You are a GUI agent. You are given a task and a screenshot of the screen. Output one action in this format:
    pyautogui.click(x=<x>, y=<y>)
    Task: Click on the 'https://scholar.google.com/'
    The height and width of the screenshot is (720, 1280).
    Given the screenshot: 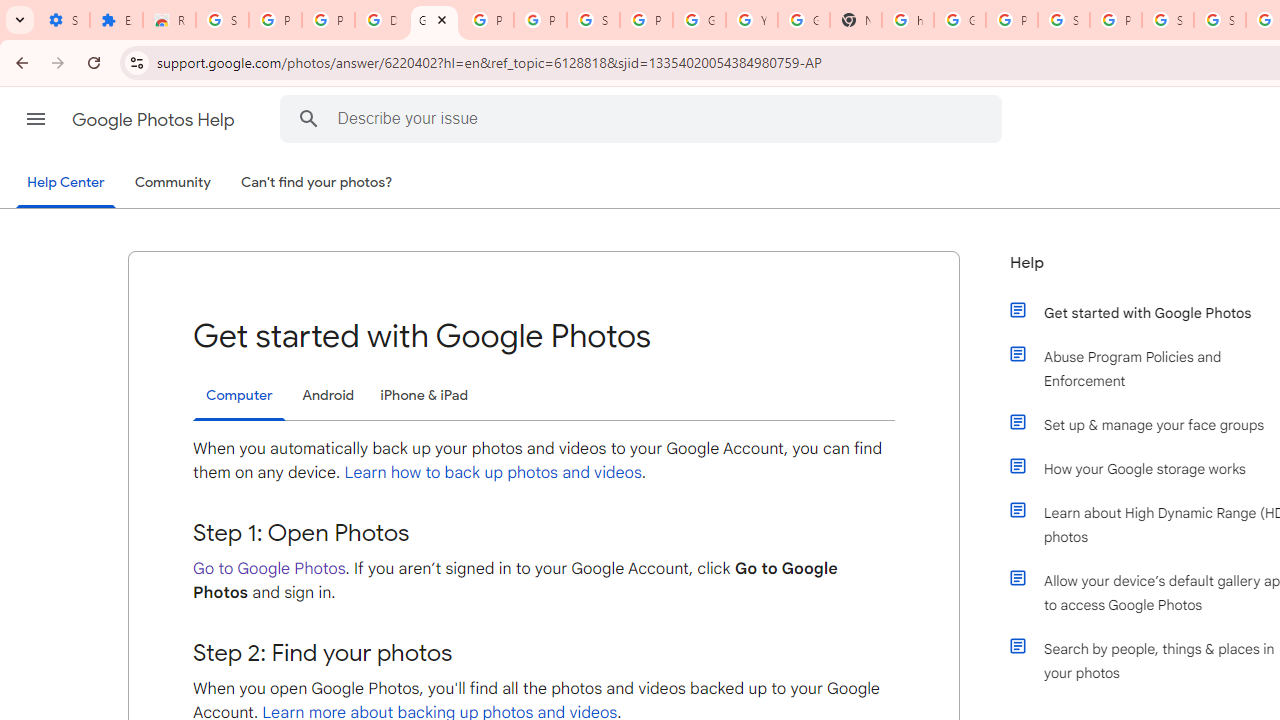 What is the action you would take?
    pyautogui.click(x=907, y=20)
    